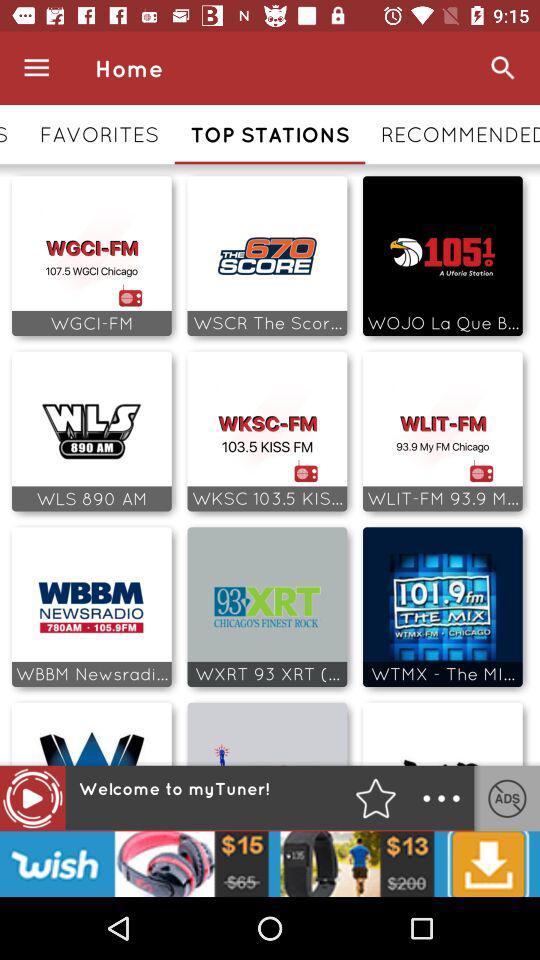 This screenshot has height=960, width=540. Describe the element at coordinates (441, 798) in the screenshot. I see `the more icon` at that location.